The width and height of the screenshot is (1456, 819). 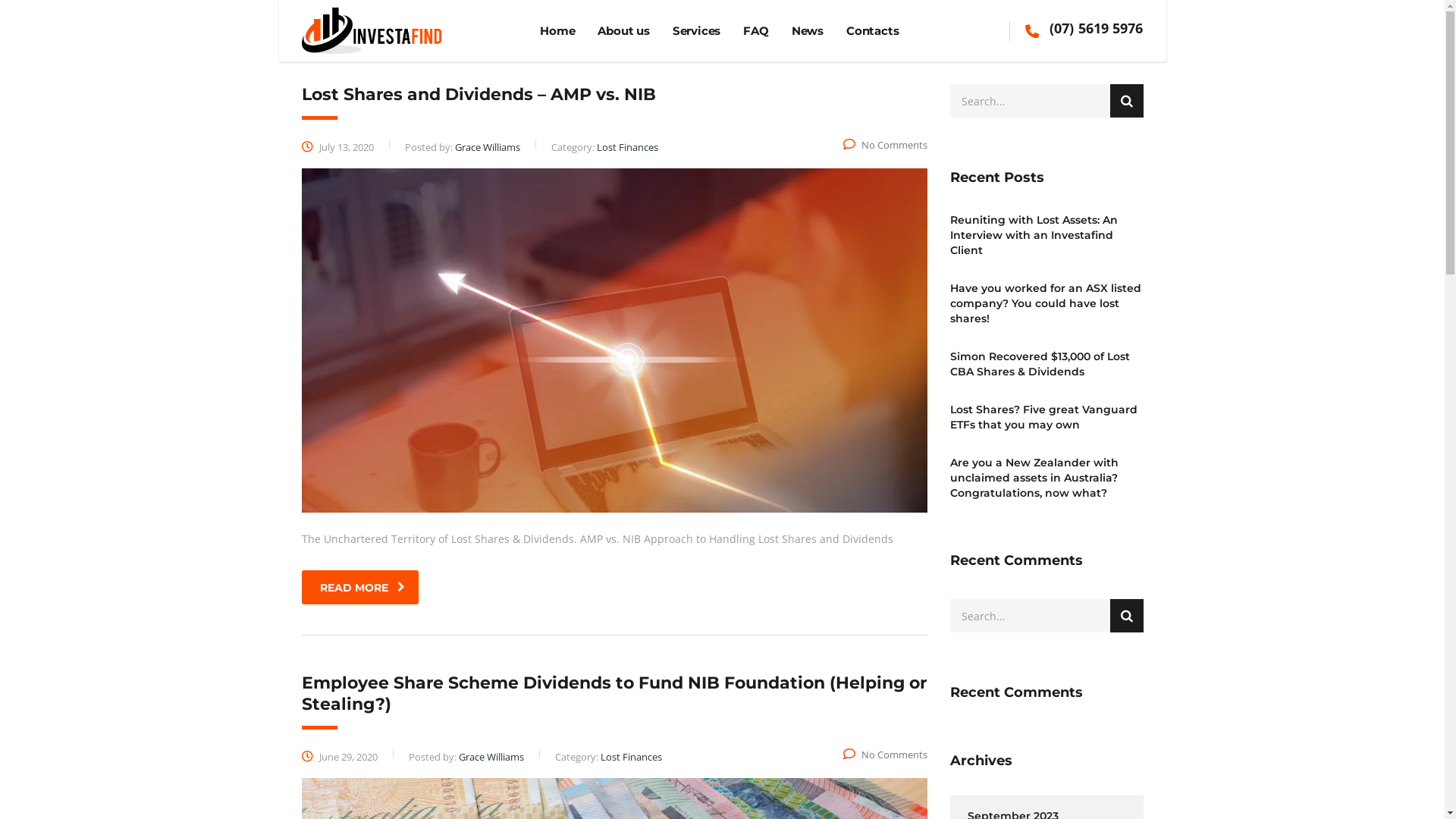 I want to click on 'Contacts', so click(x=872, y=31).